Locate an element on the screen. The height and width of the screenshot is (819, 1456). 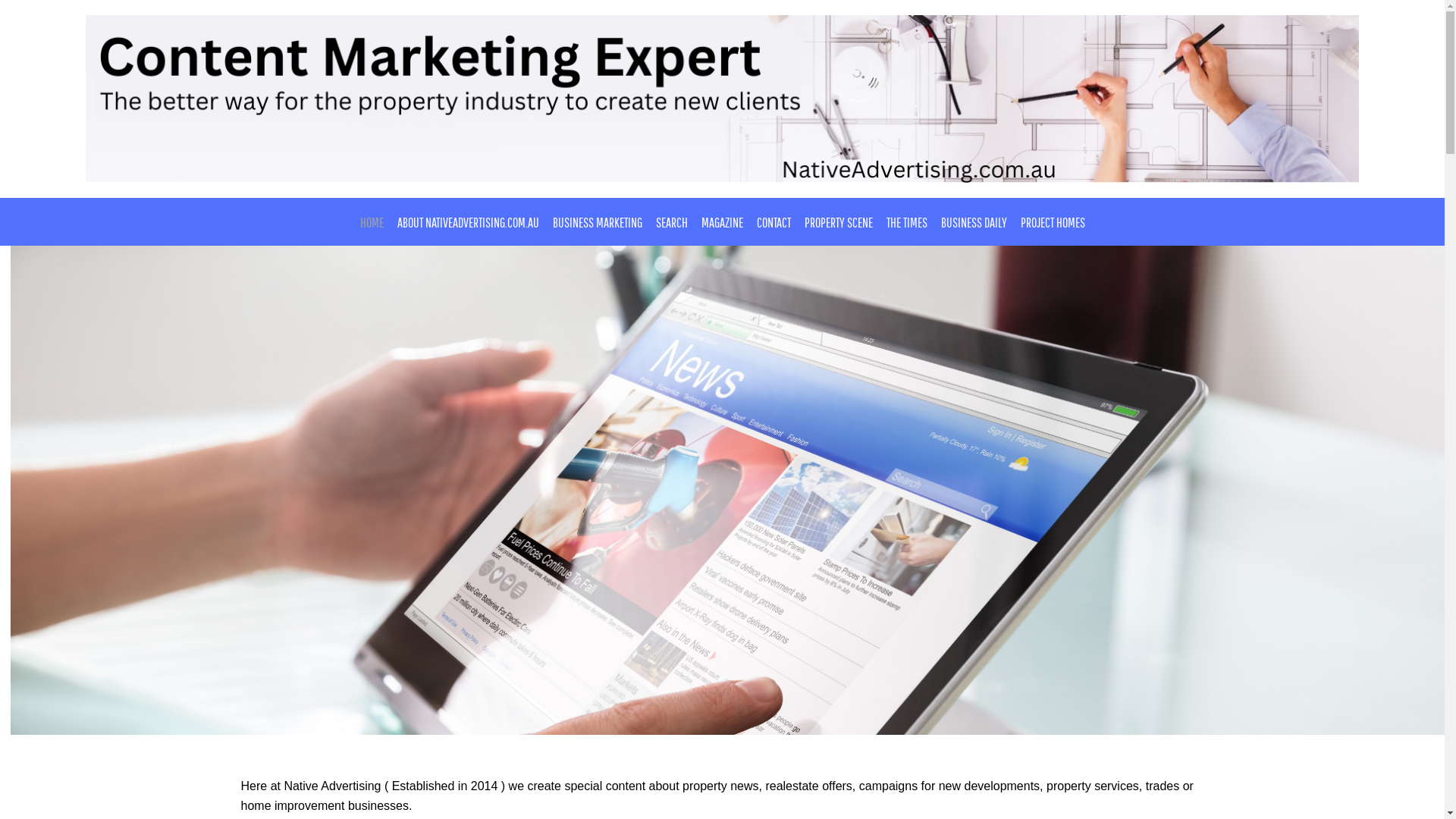
'PROJECT HOMES' is located at coordinates (1051, 222).